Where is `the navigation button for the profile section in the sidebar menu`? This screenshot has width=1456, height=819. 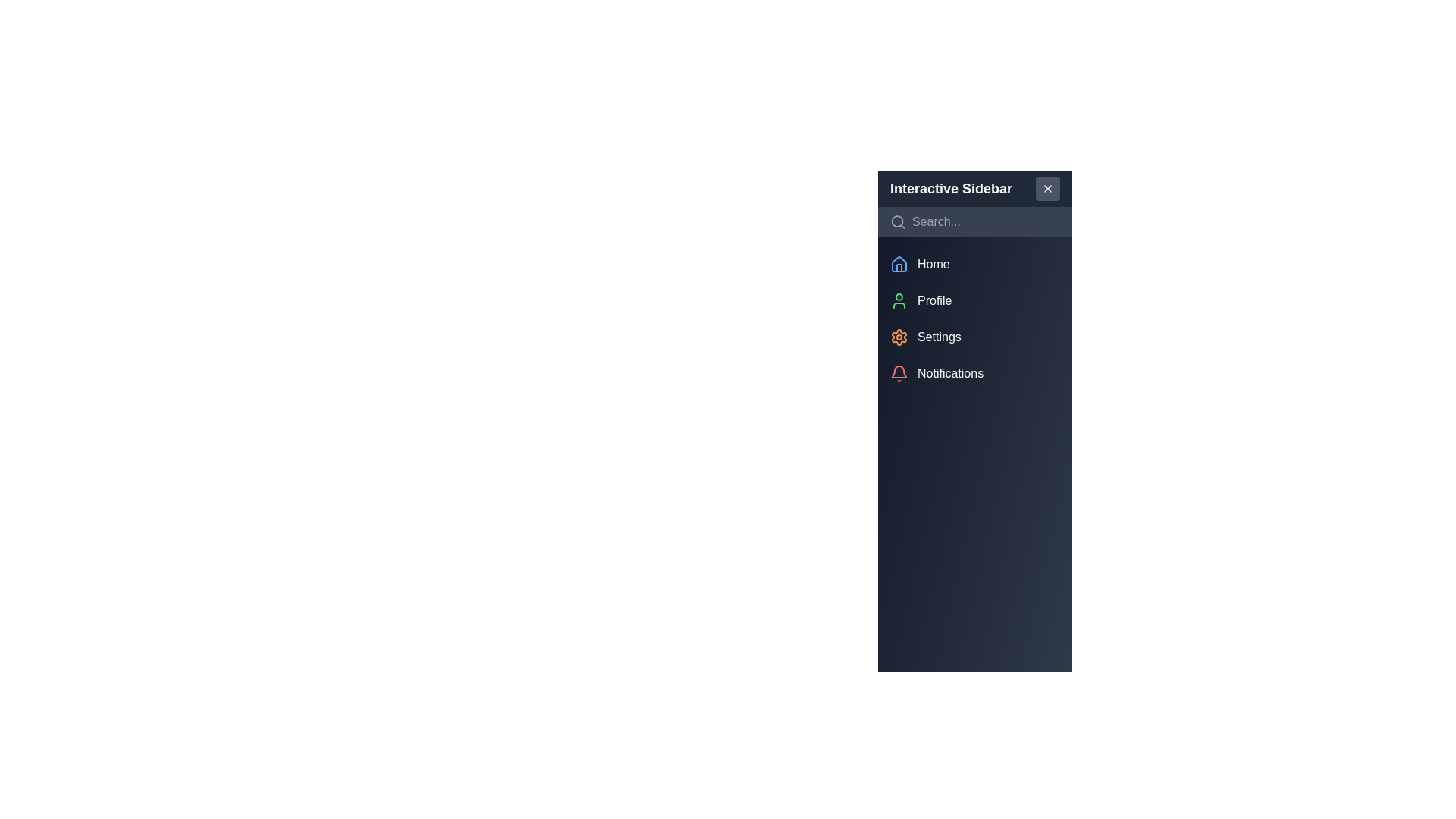
the navigation button for the profile section in the sidebar menu is located at coordinates (975, 301).